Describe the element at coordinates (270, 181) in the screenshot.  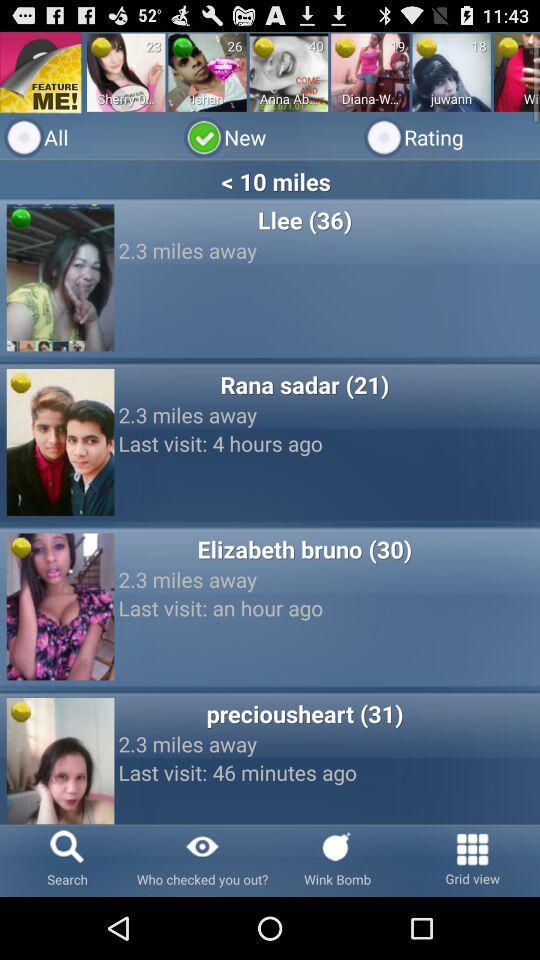
I see `item below all radio button` at that location.